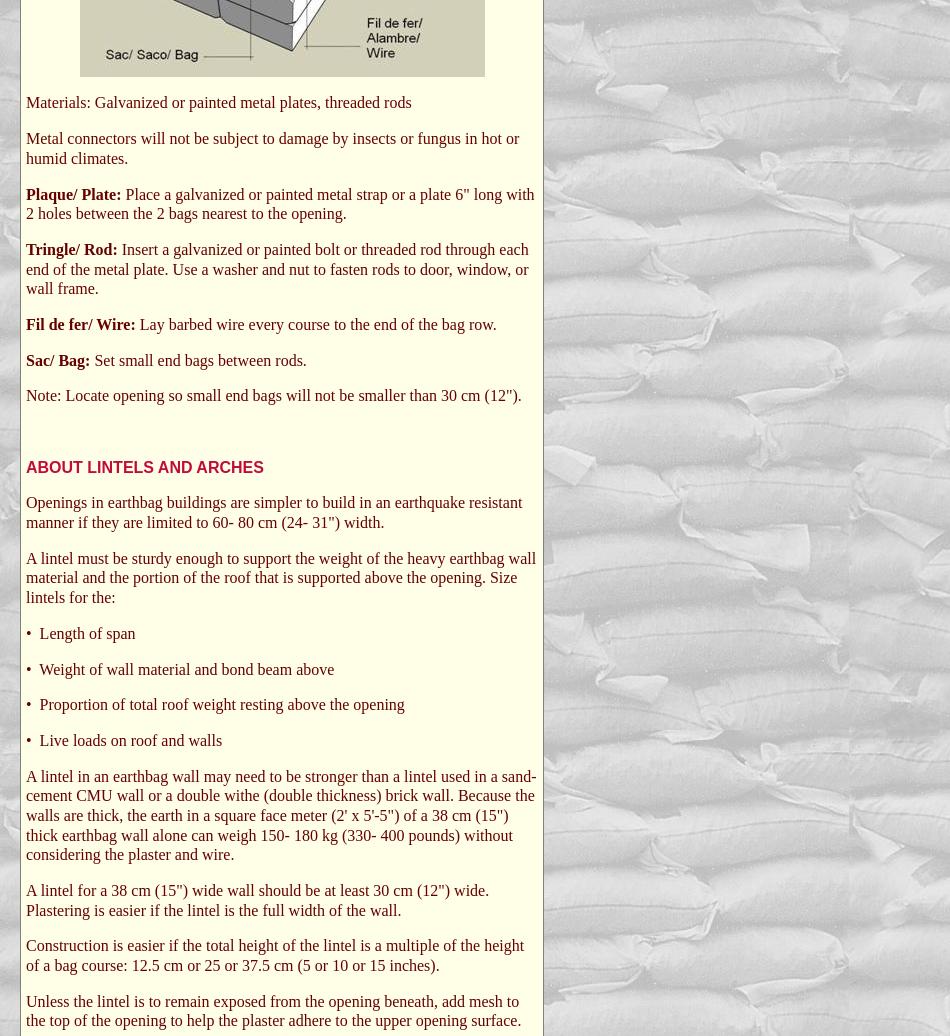  I want to click on 'Openings in earthbag buildings are simpler to build in an earthquake resistant manner if they are limited to 60- 80 cm (24- 31") width.', so click(272, 512).